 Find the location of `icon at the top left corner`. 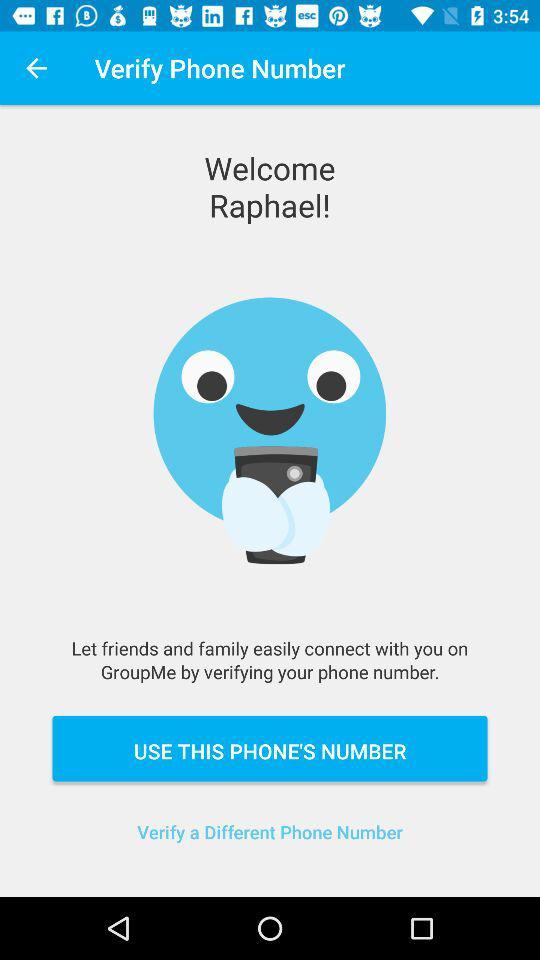

icon at the top left corner is located at coordinates (36, 68).